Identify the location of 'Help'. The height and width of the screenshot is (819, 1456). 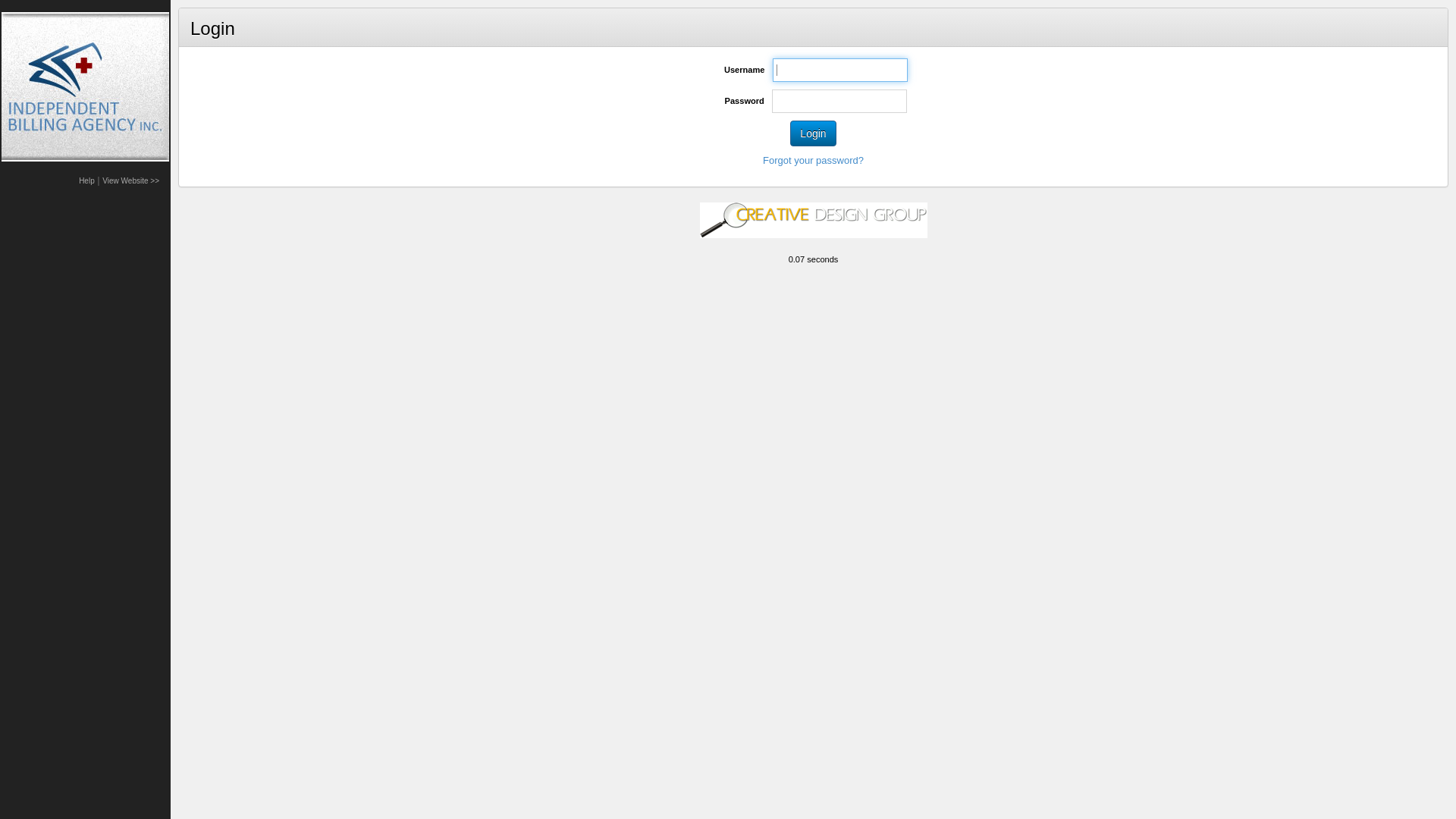
(86, 180).